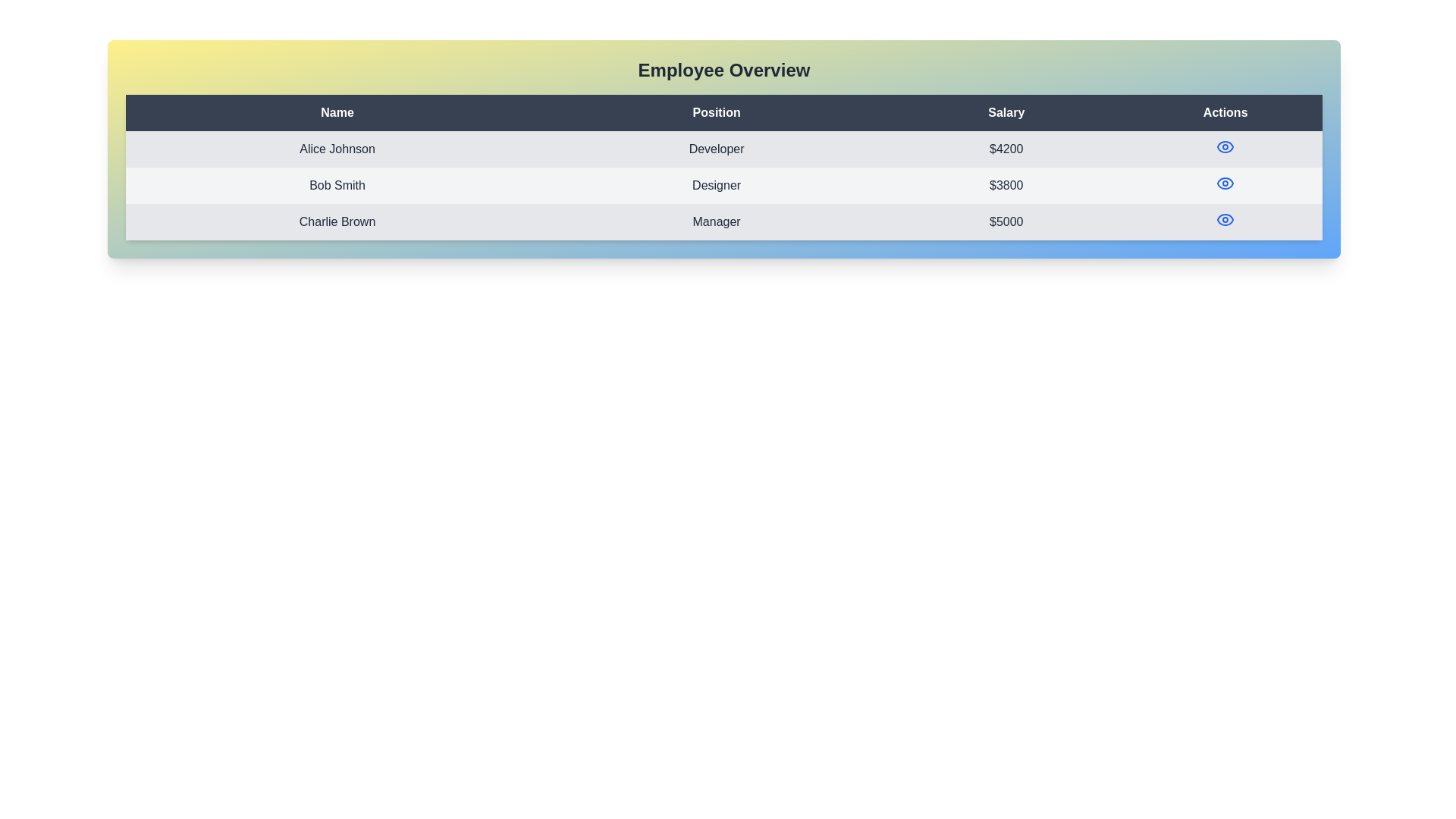  Describe the element at coordinates (337, 112) in the screenshot. I see `the 'Name' column header in the table, which is the first header in the top-left corner of the header row, indicating data related to names` at that location.